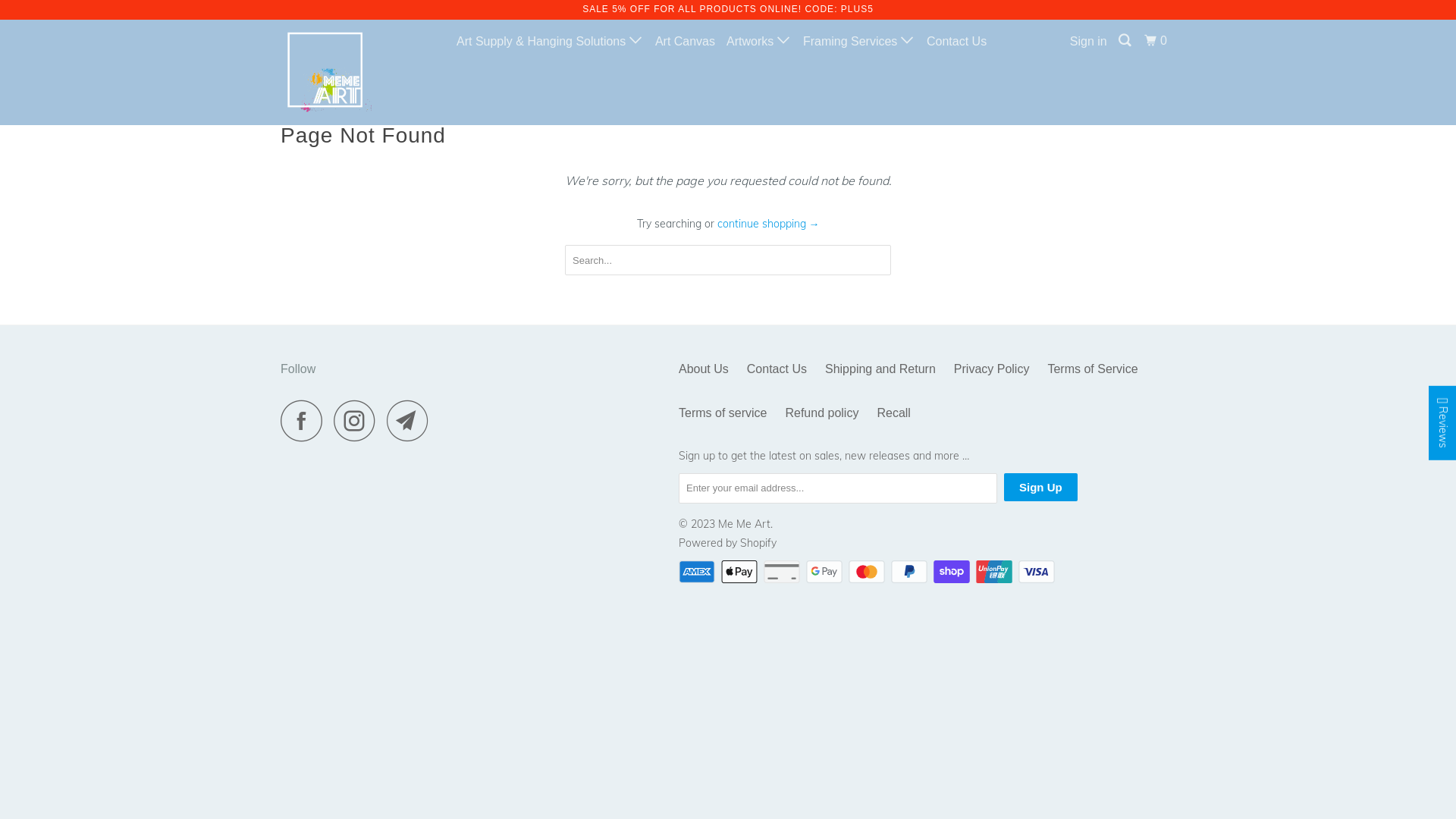  I want to click on 'Sign Up', so click(1040, 487).